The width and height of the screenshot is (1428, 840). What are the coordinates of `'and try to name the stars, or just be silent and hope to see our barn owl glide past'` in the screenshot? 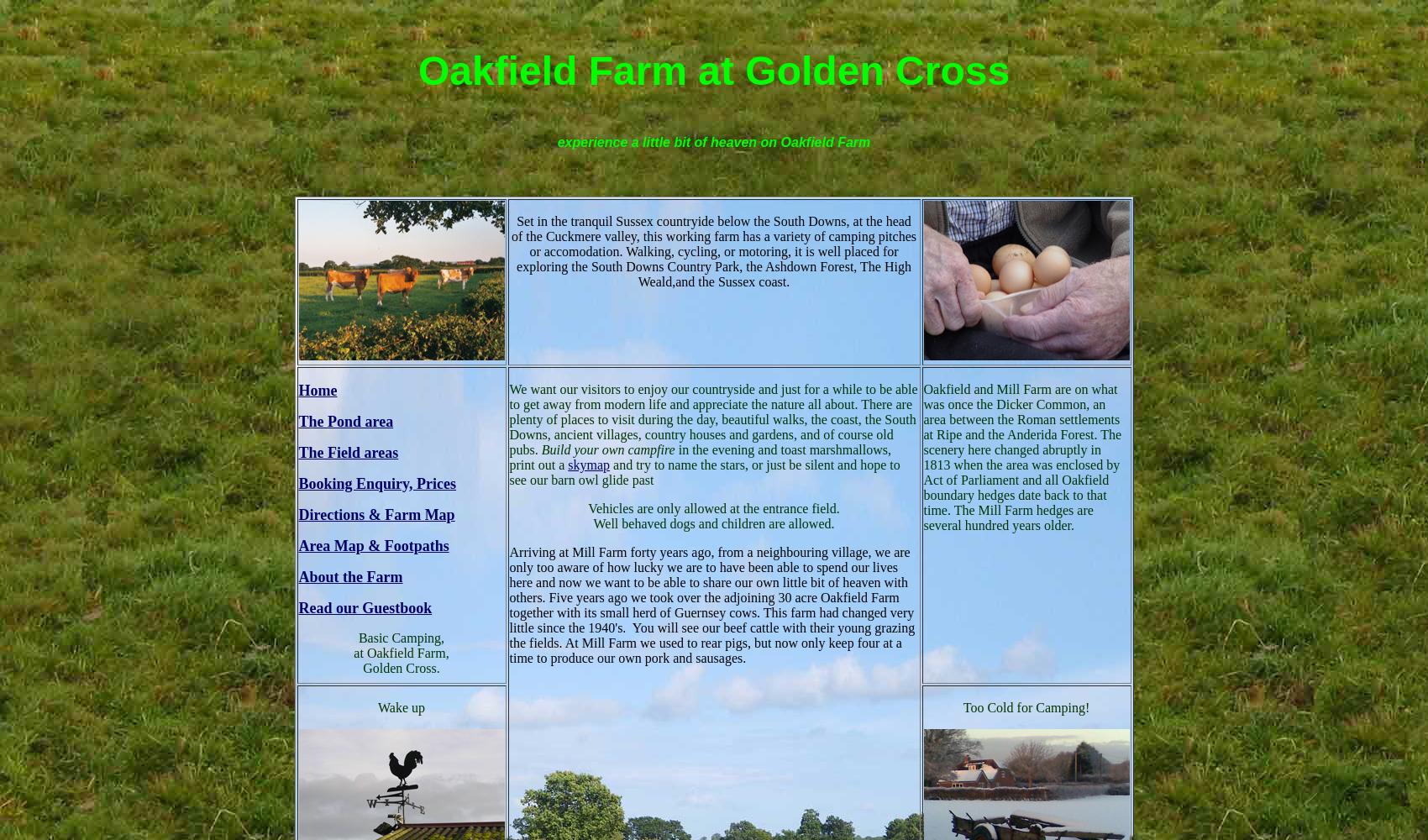 It's located at (703, 471).